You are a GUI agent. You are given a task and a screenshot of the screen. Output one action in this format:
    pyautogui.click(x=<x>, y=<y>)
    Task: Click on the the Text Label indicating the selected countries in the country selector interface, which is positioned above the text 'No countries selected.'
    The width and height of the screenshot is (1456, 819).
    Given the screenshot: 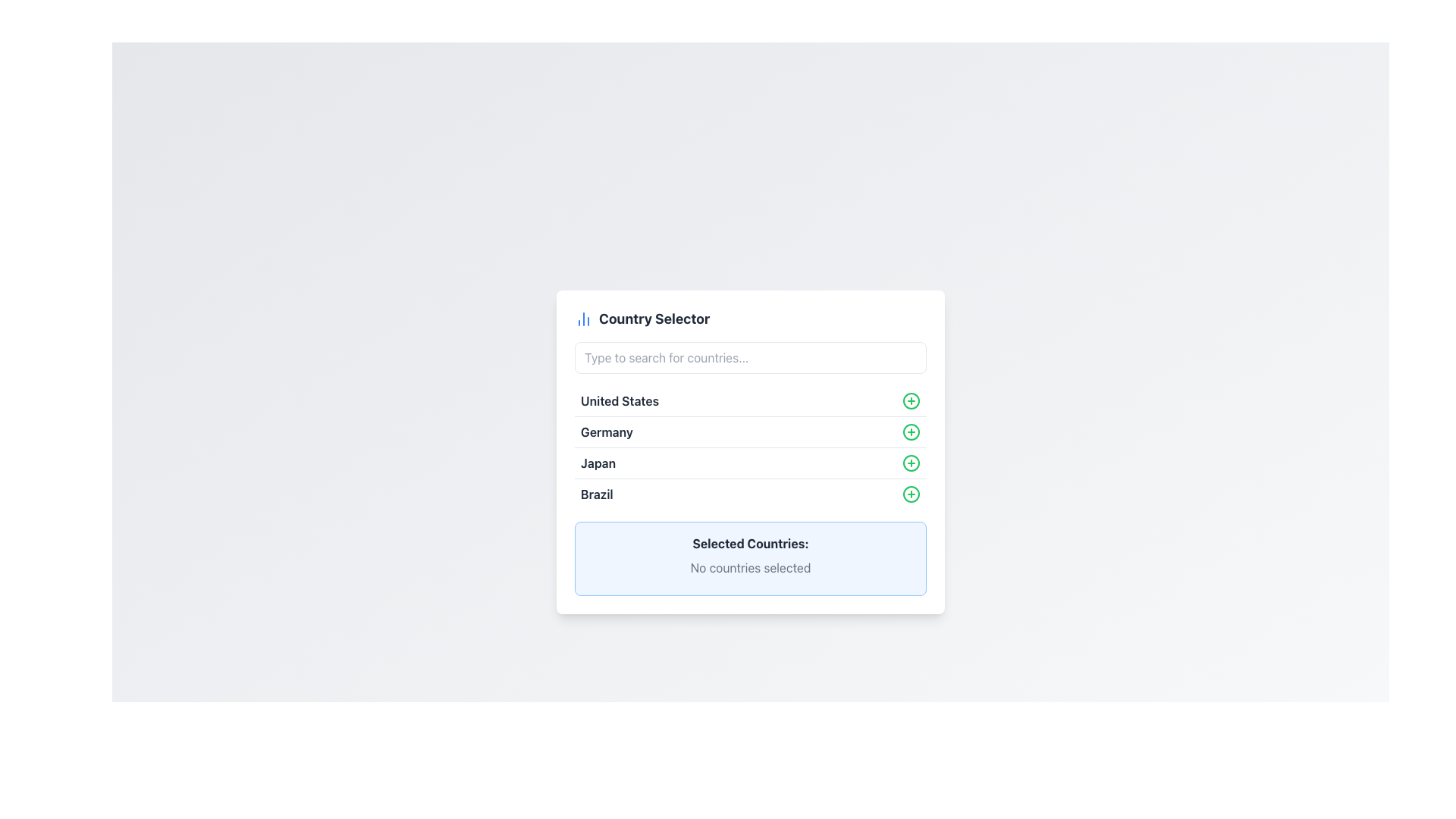 What is the action you would take?
    pyautogui.click(x=750, y=542)
    